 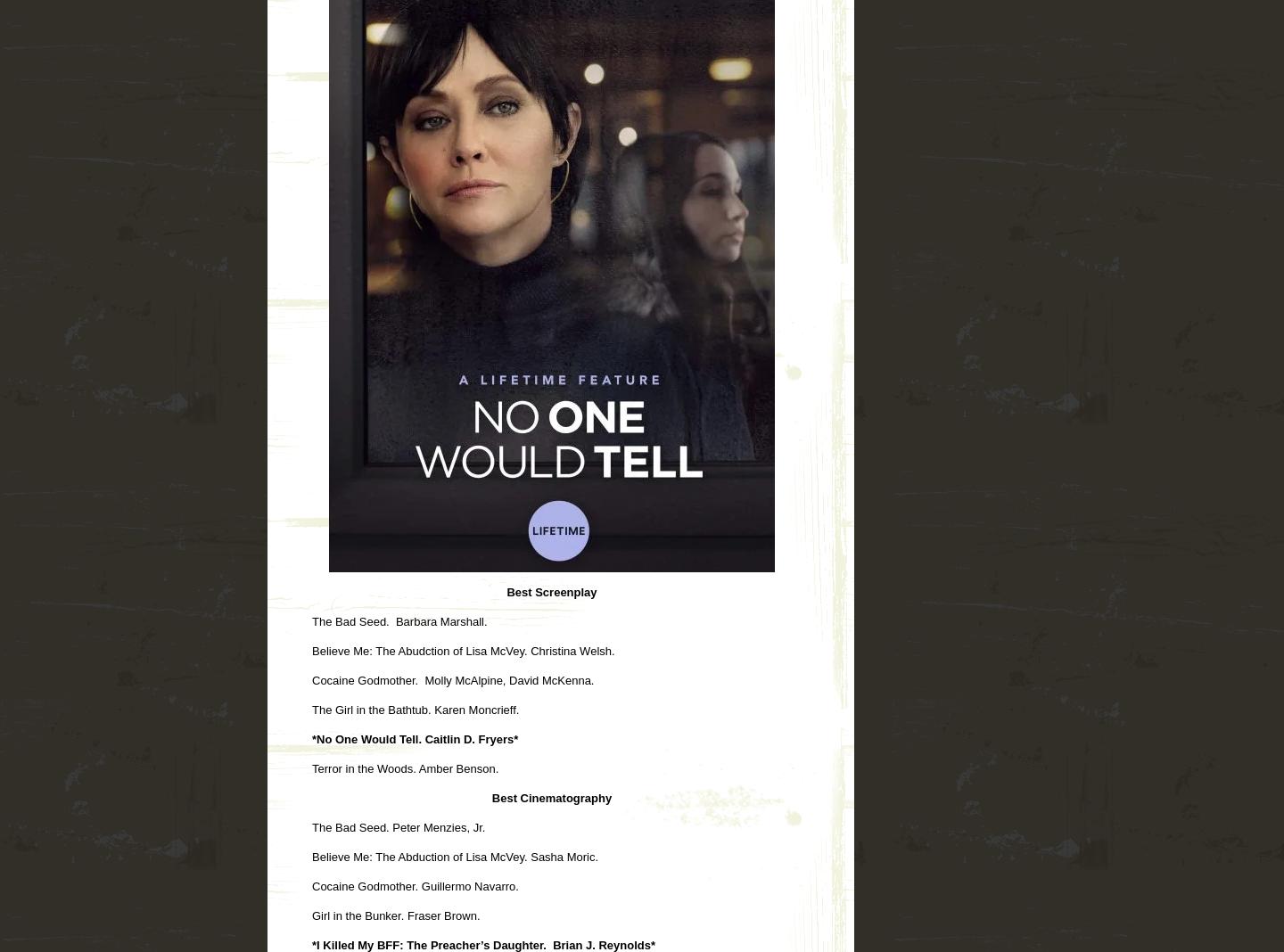 I want to click on 'Believe Me: The Abudction of Lisa McVey. Christina Welsh.', so click(x=312, y=650).